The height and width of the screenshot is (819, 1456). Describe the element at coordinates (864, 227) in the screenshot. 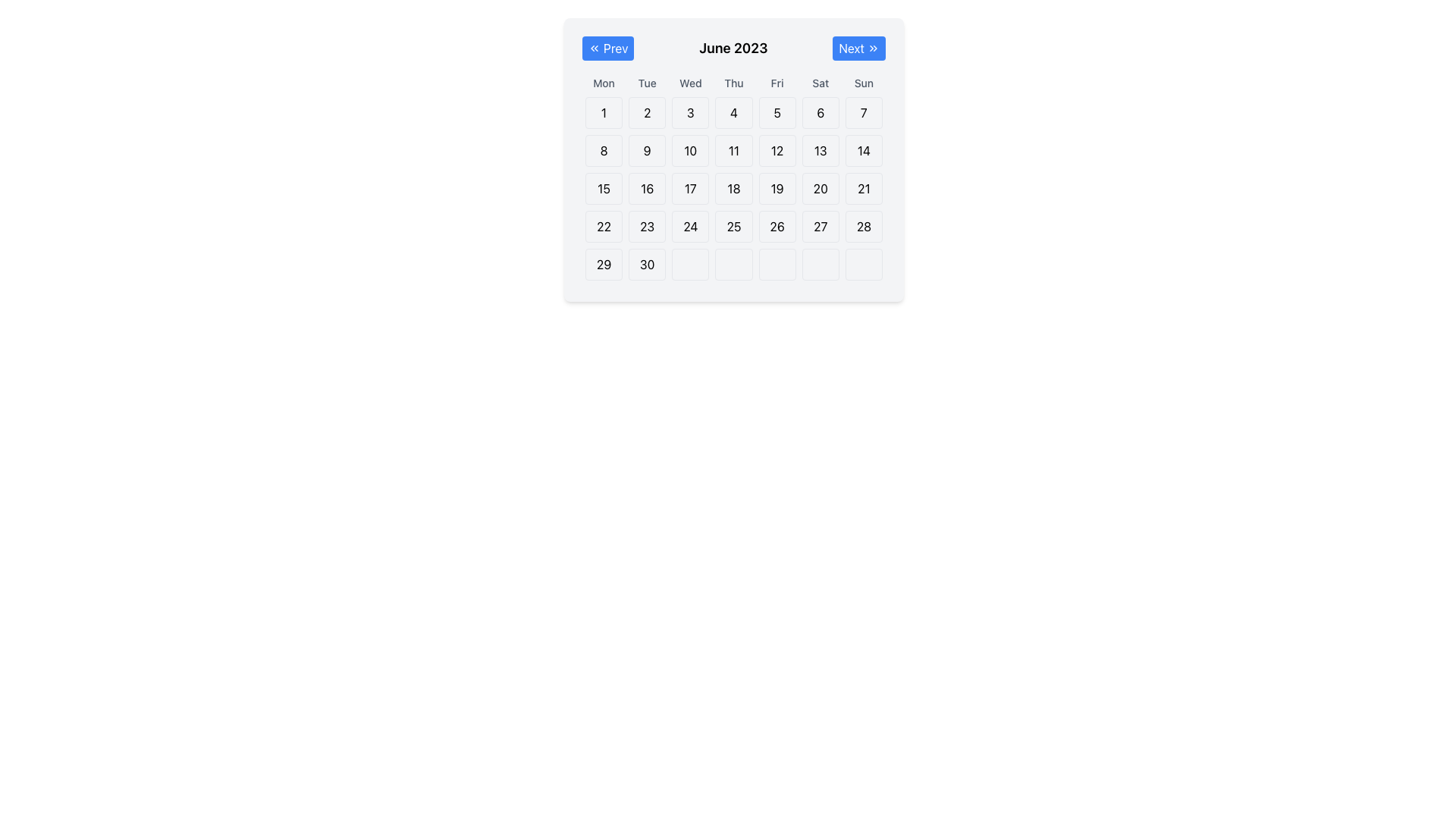

I see `the small rectangular button with rounded corners displaying the number '28'` at that location.